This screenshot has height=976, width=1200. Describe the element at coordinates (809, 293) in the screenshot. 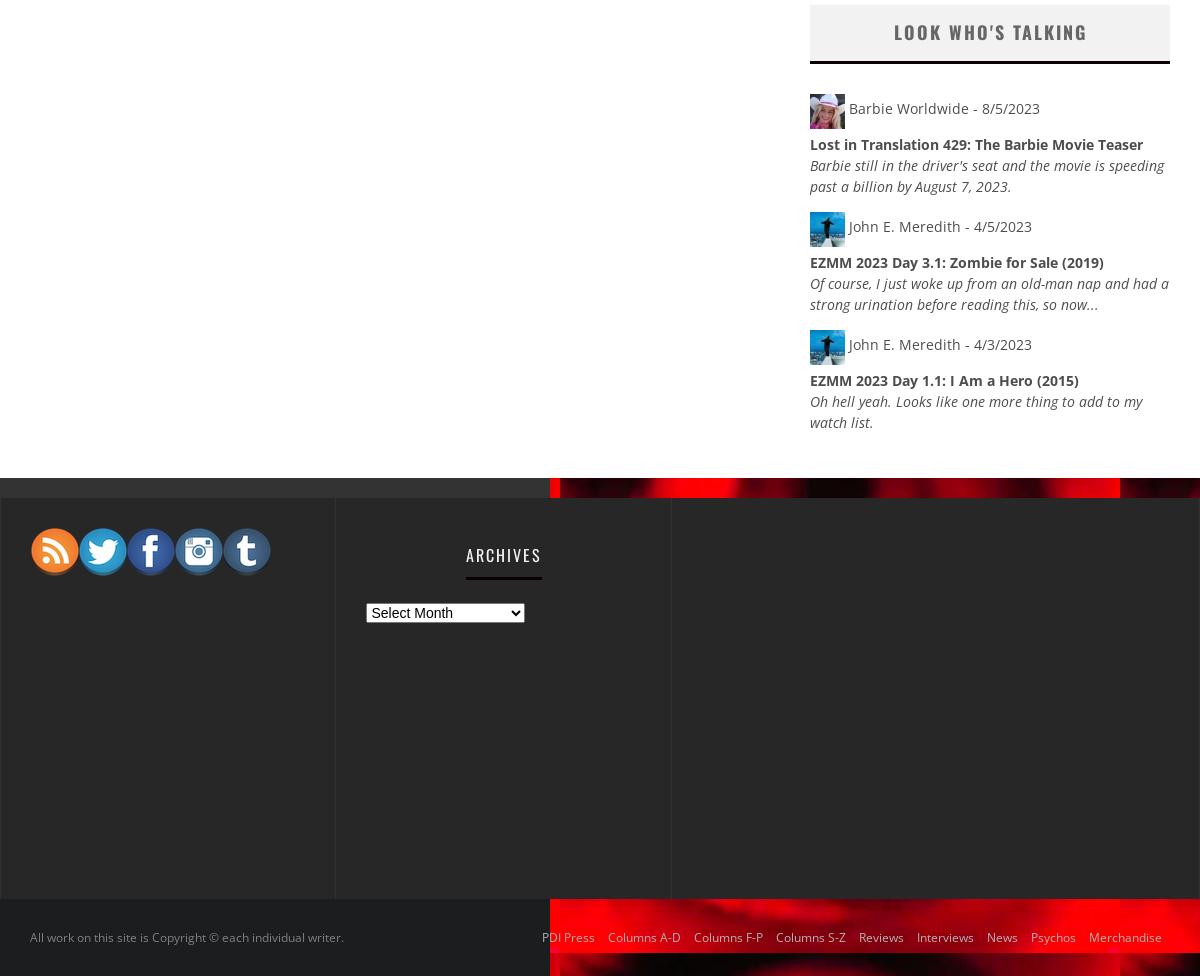

I see `'Of course, I just woke up from an old-man nap and had a strong urination before reading this, so now...'` at that location.